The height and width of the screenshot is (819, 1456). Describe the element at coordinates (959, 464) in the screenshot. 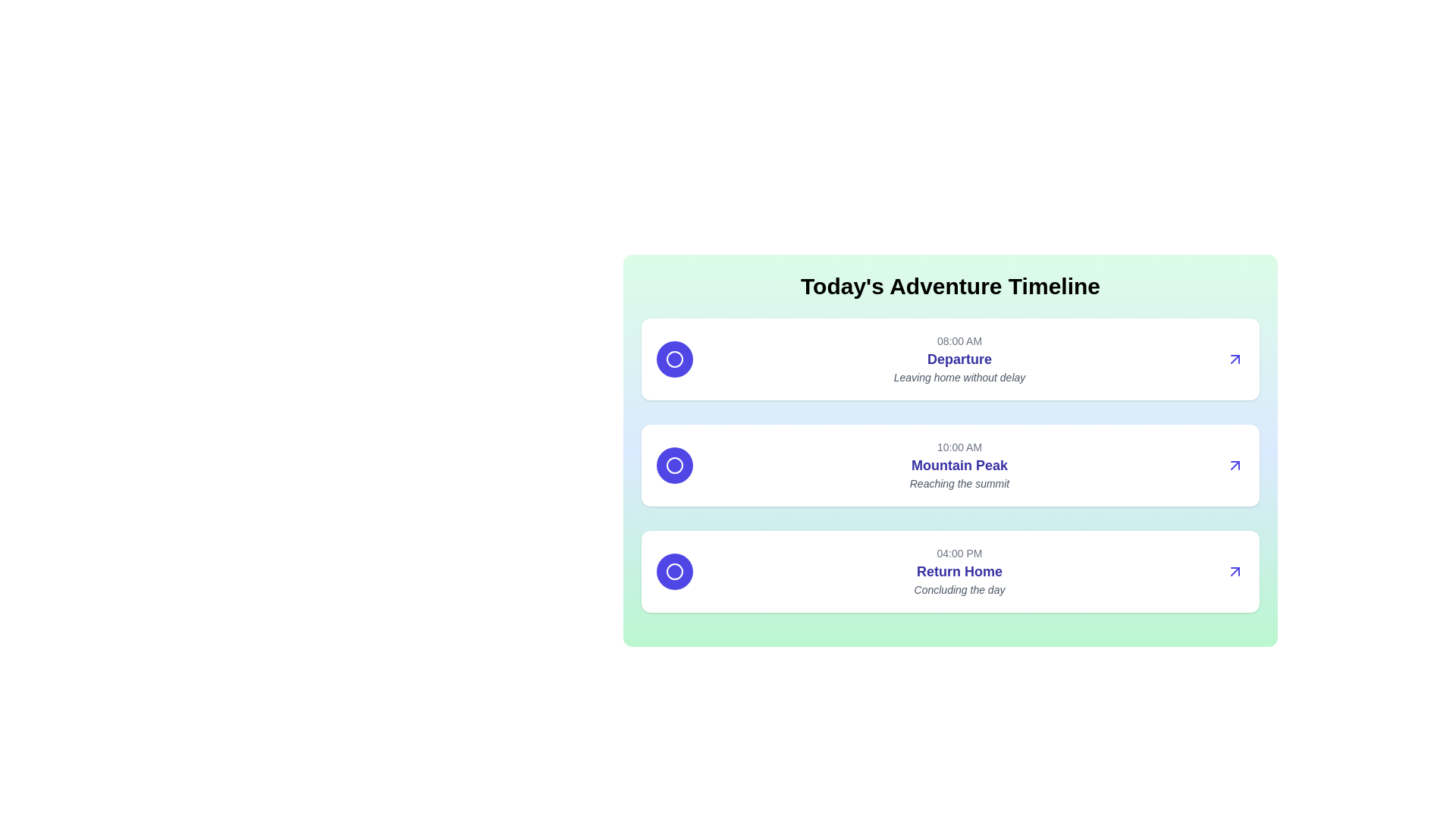

I see `the title text of the second timeline entry, which indicates the main activity or event associated with the displayed time` at that location.